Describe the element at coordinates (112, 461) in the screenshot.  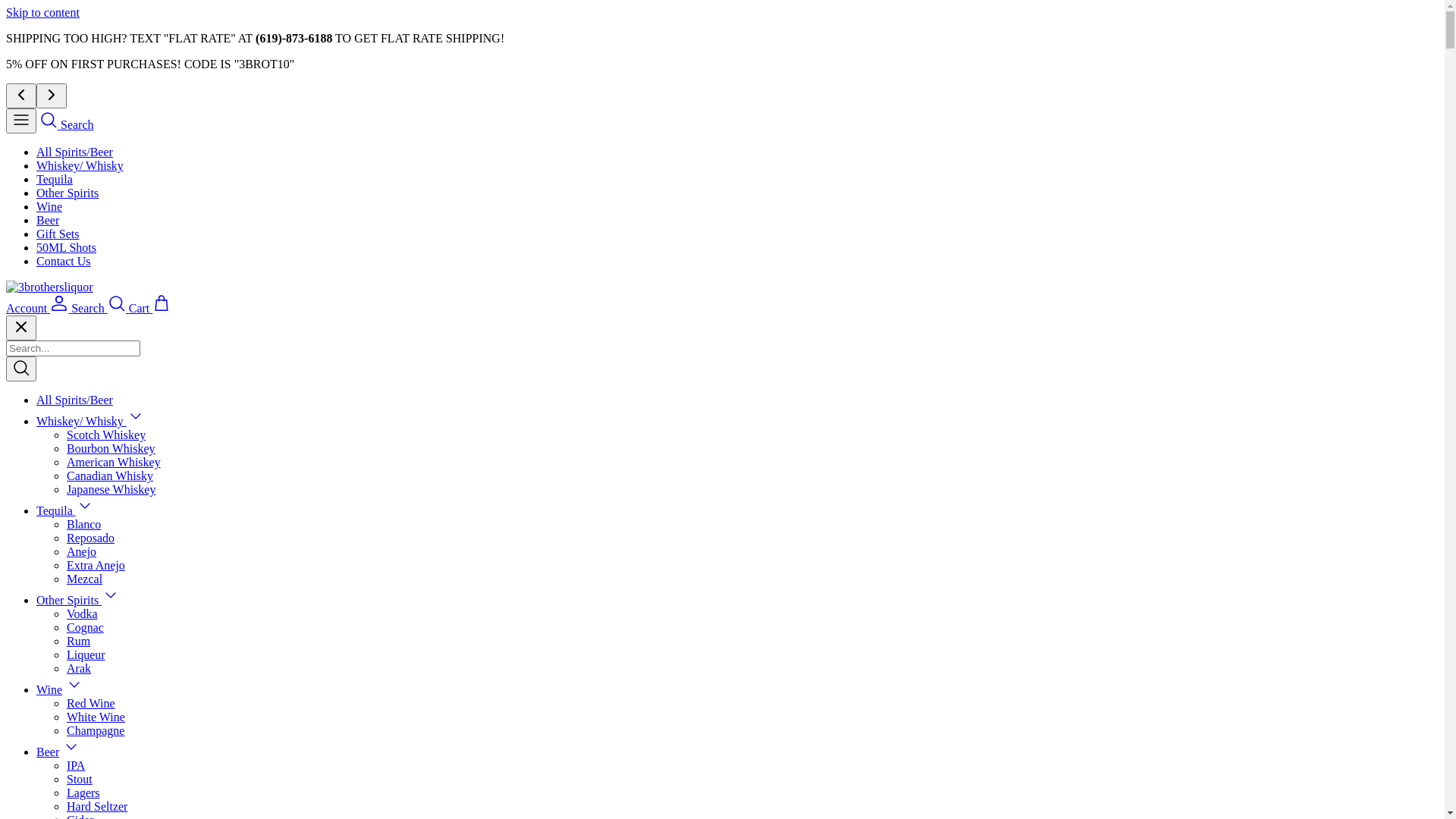
I see `'American Whiskey'` at that location.